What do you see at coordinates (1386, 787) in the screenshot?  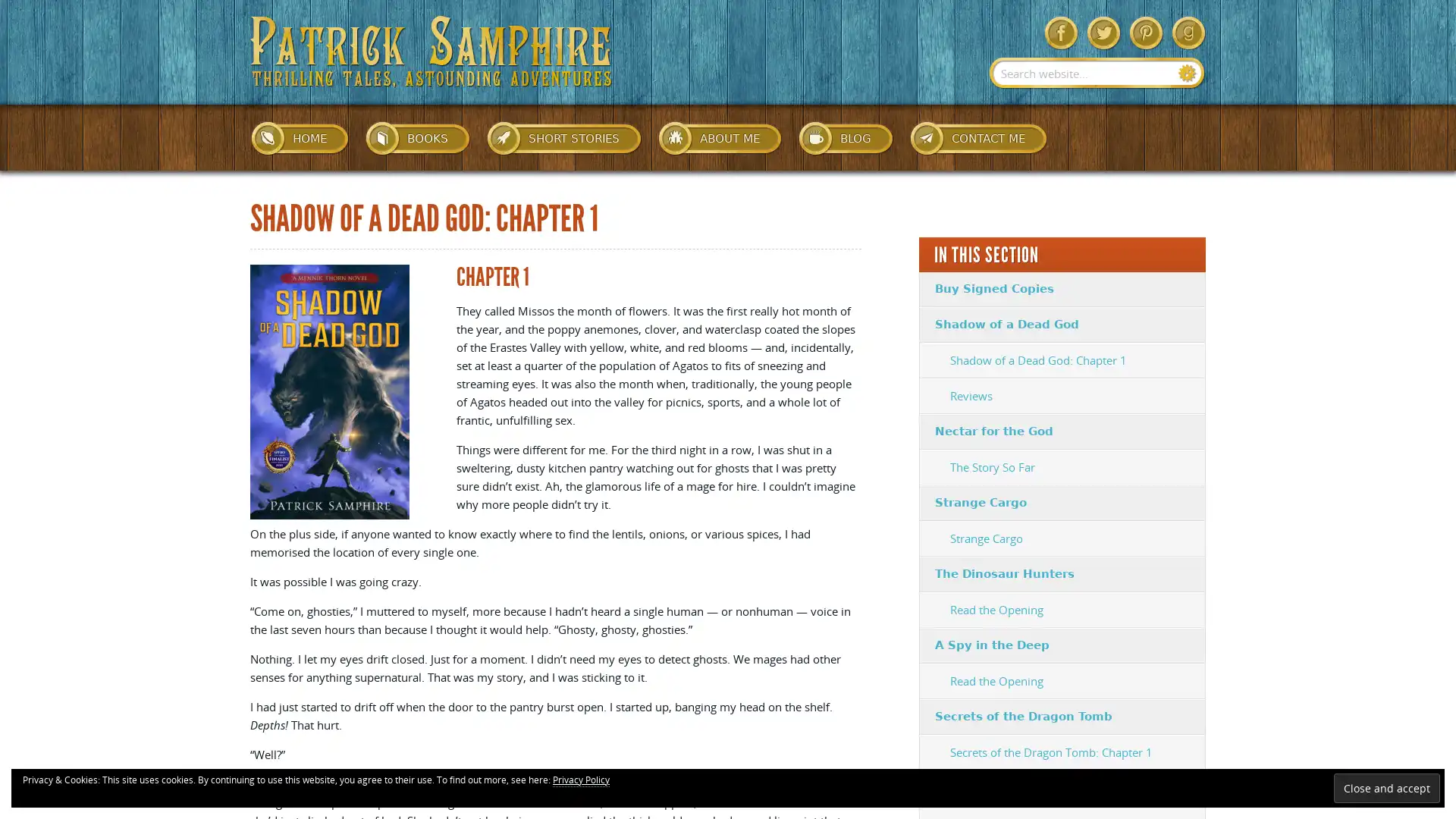 I see `Close and accept` at bounding box center [1386, 787].